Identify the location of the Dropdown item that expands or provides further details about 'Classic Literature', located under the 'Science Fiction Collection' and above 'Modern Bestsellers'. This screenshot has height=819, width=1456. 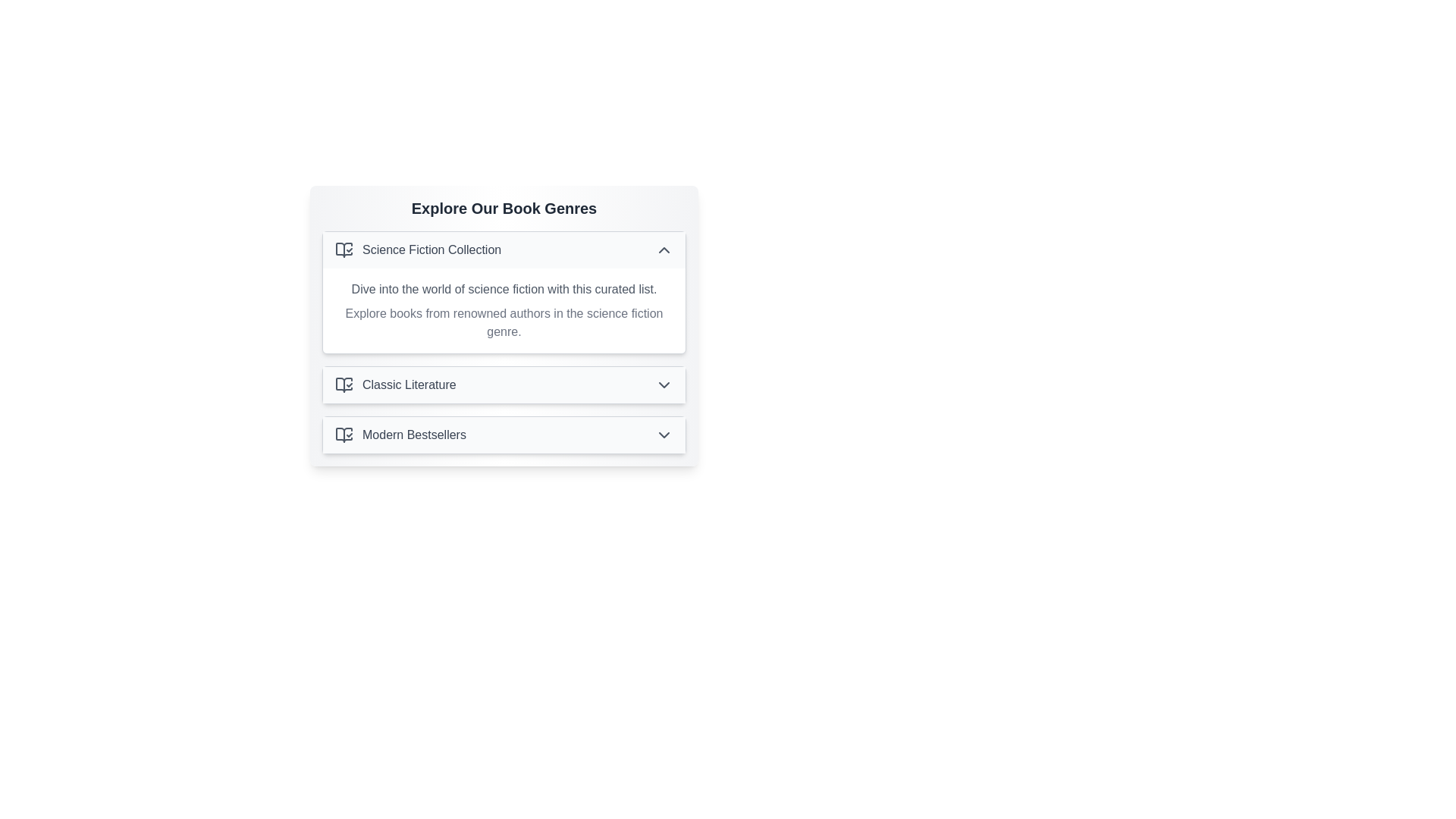
(504, 384).